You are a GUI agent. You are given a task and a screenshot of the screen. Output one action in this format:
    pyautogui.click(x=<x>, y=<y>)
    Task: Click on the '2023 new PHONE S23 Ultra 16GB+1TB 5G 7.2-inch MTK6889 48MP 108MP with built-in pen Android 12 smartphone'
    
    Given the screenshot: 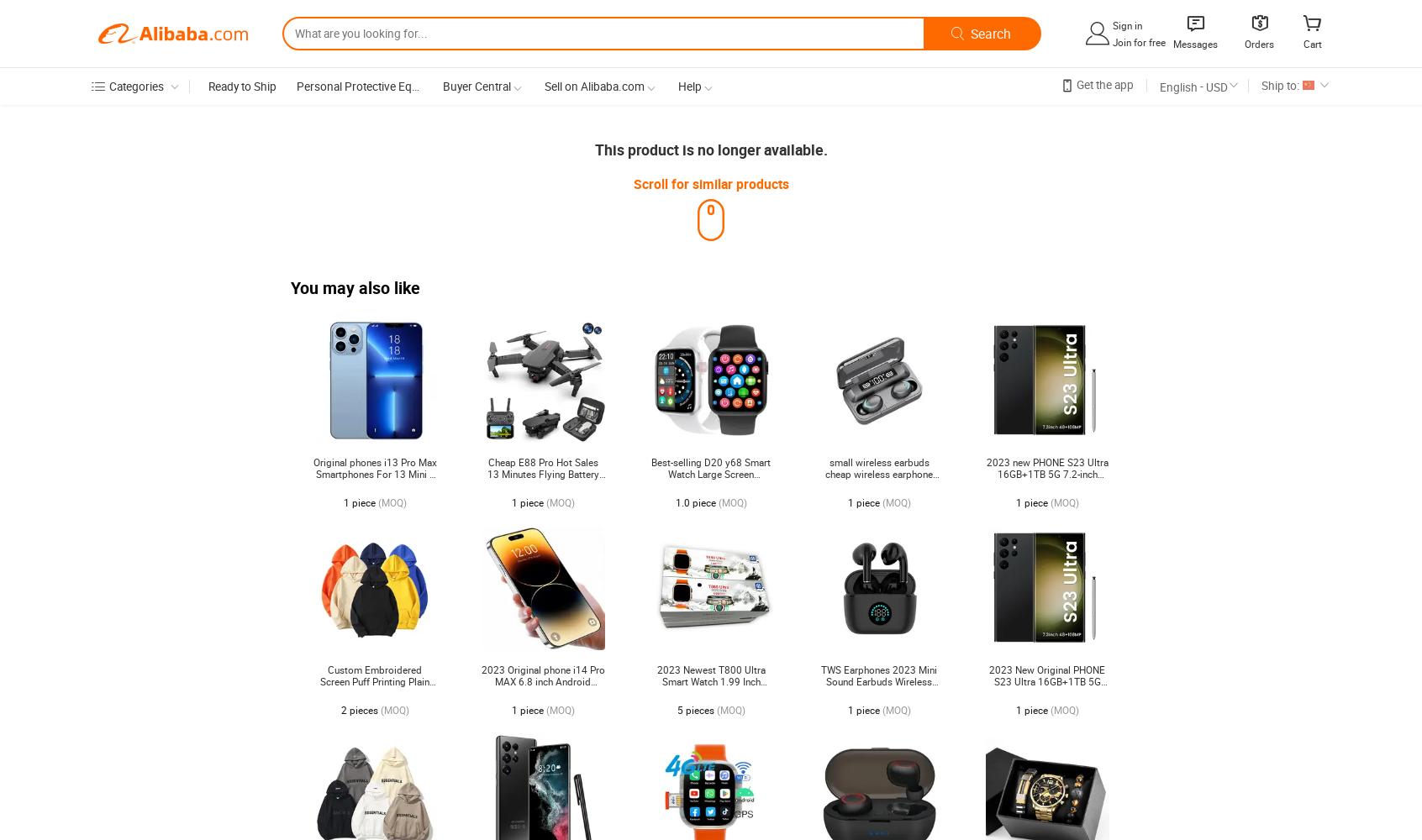 What is the action you would take?
    pyautogui.click(x=985, y=485)
    